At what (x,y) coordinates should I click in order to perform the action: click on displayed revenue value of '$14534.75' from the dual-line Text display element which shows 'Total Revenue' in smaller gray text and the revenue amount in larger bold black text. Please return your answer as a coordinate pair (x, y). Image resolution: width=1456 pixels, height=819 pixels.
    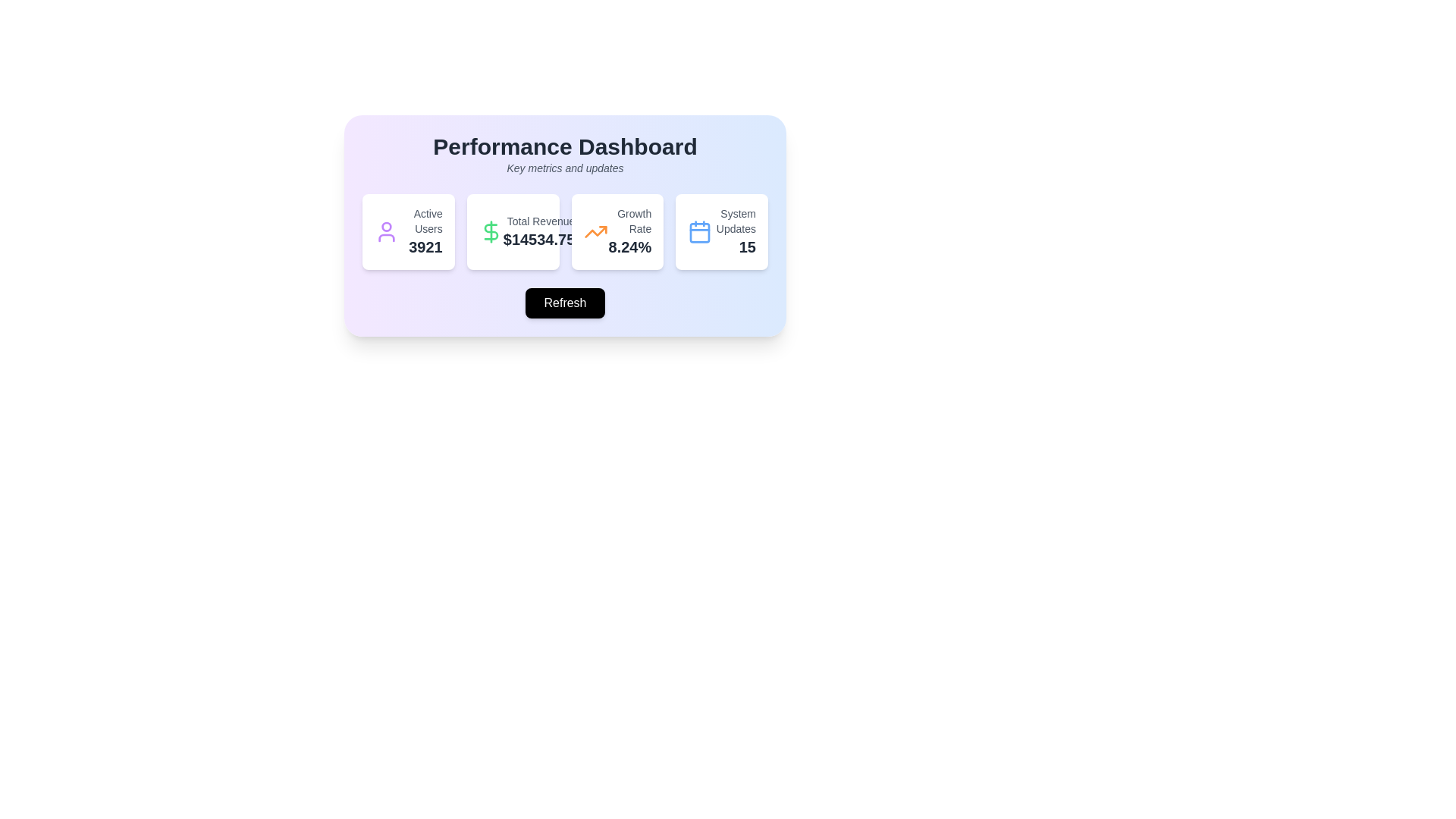
    Looking at the image, I should click on (538, 231).